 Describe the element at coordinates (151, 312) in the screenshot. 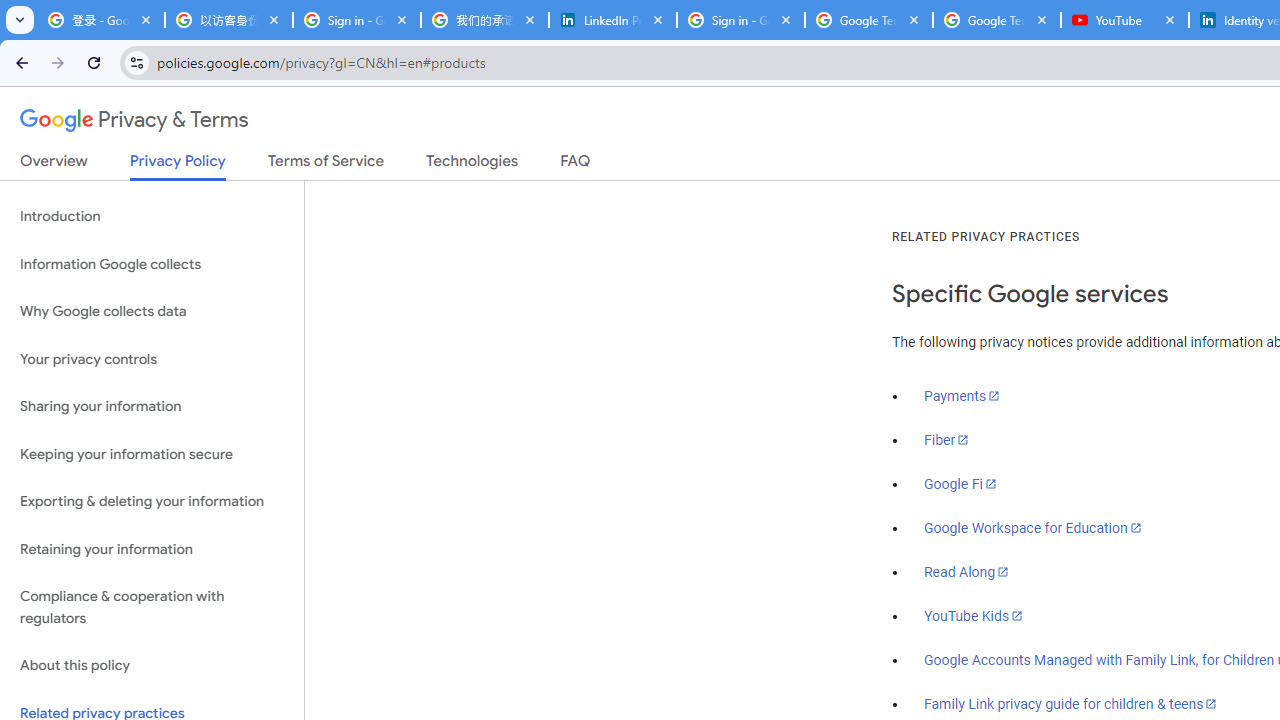

I see `'Why Google collects data'` at that location.